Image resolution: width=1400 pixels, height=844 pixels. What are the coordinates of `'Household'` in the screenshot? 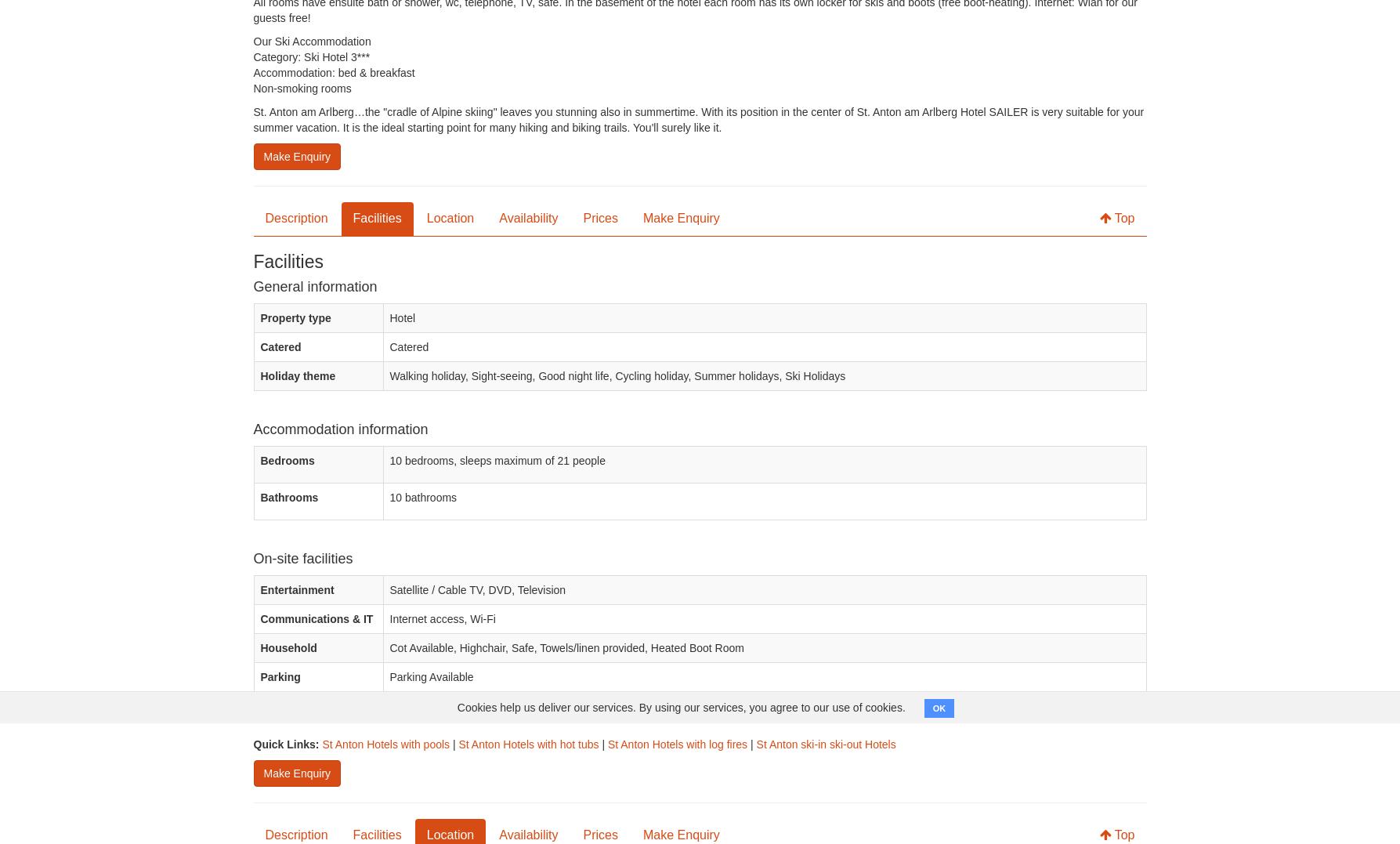 It's located at (288, 647).